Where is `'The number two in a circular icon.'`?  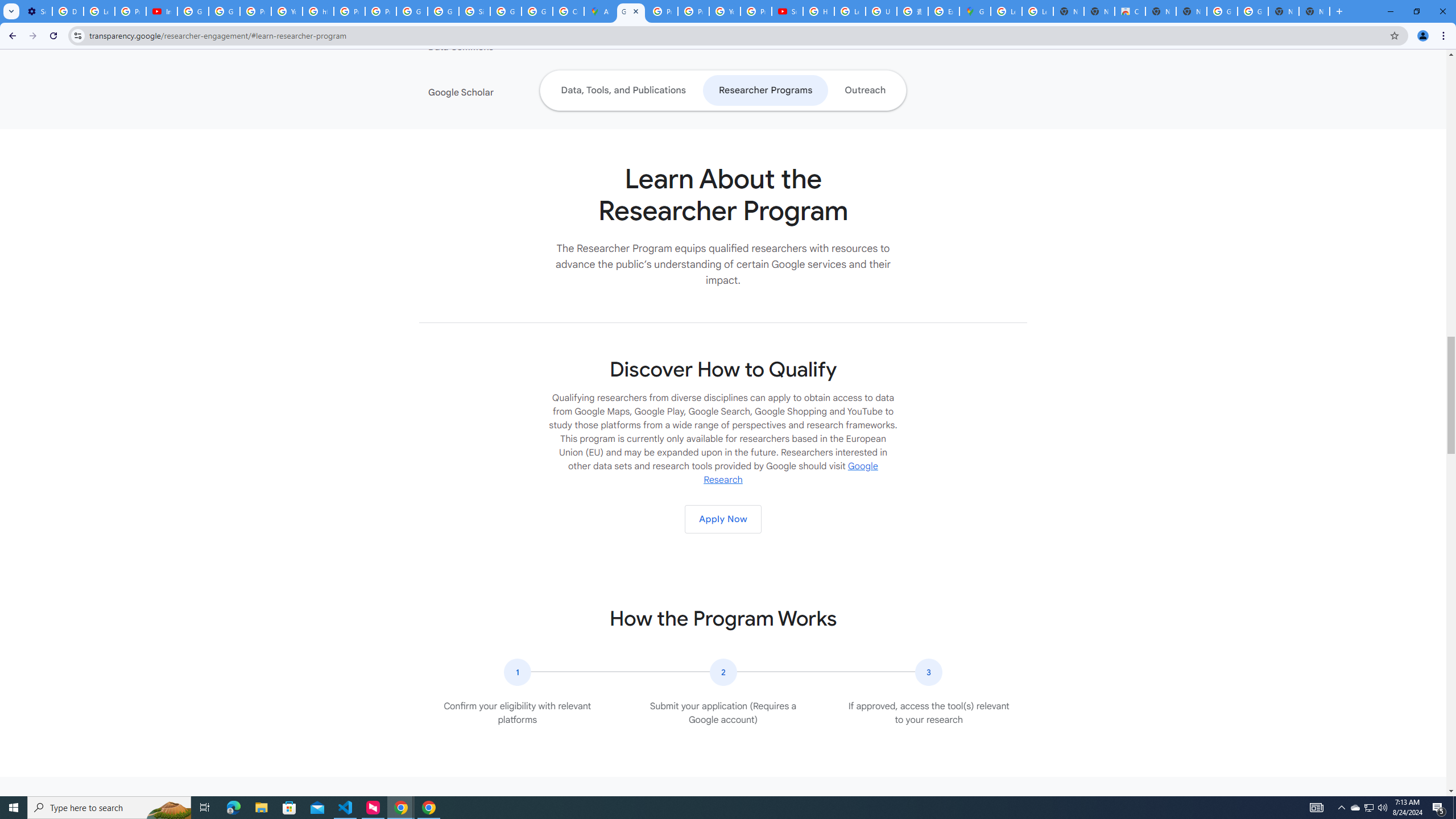 'The number two in a circular icon.' is located at coordinates (723, 672).